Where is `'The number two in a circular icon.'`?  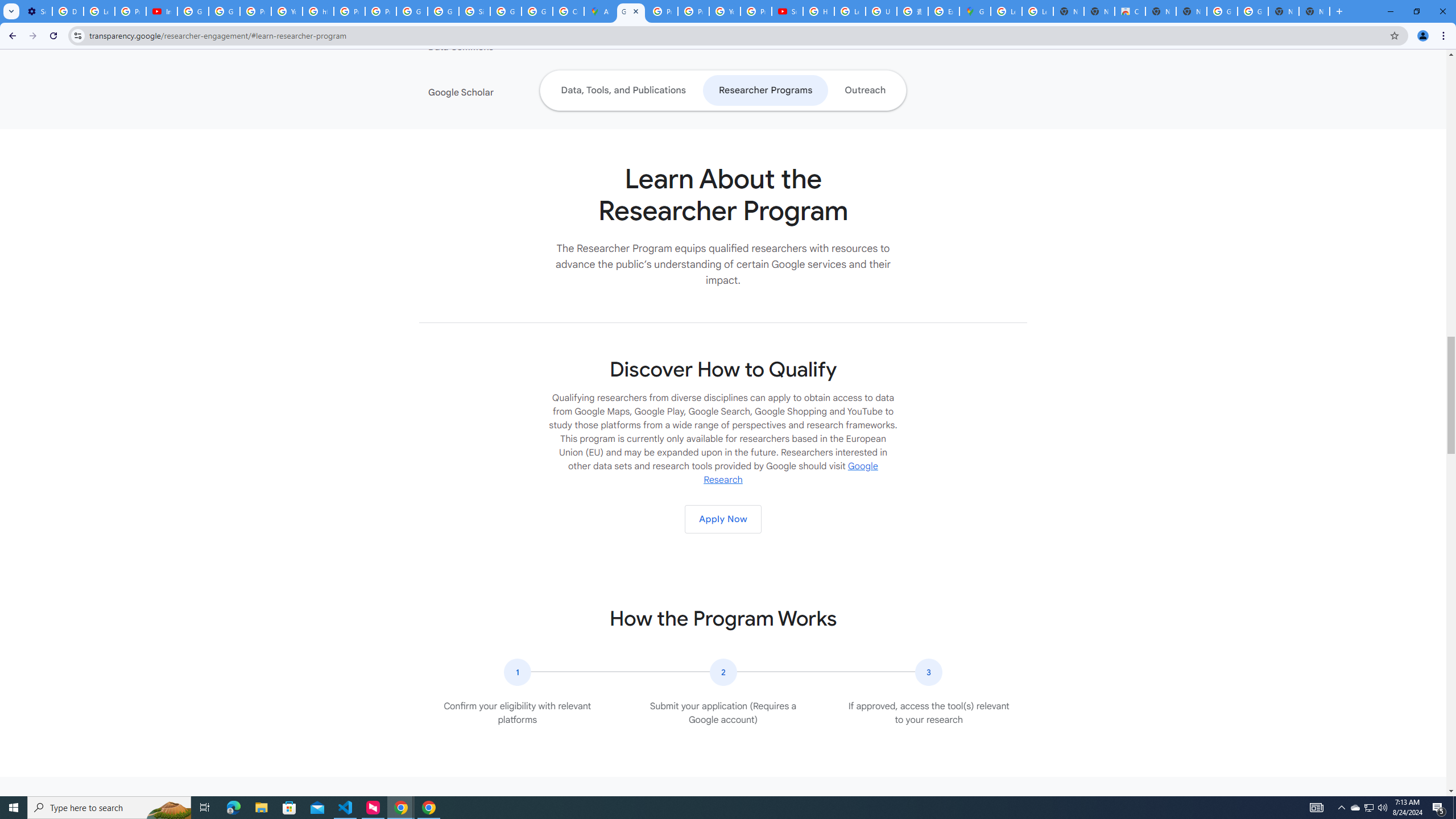 'The number two in a circular icon.' is located at coordinates (723, 672).